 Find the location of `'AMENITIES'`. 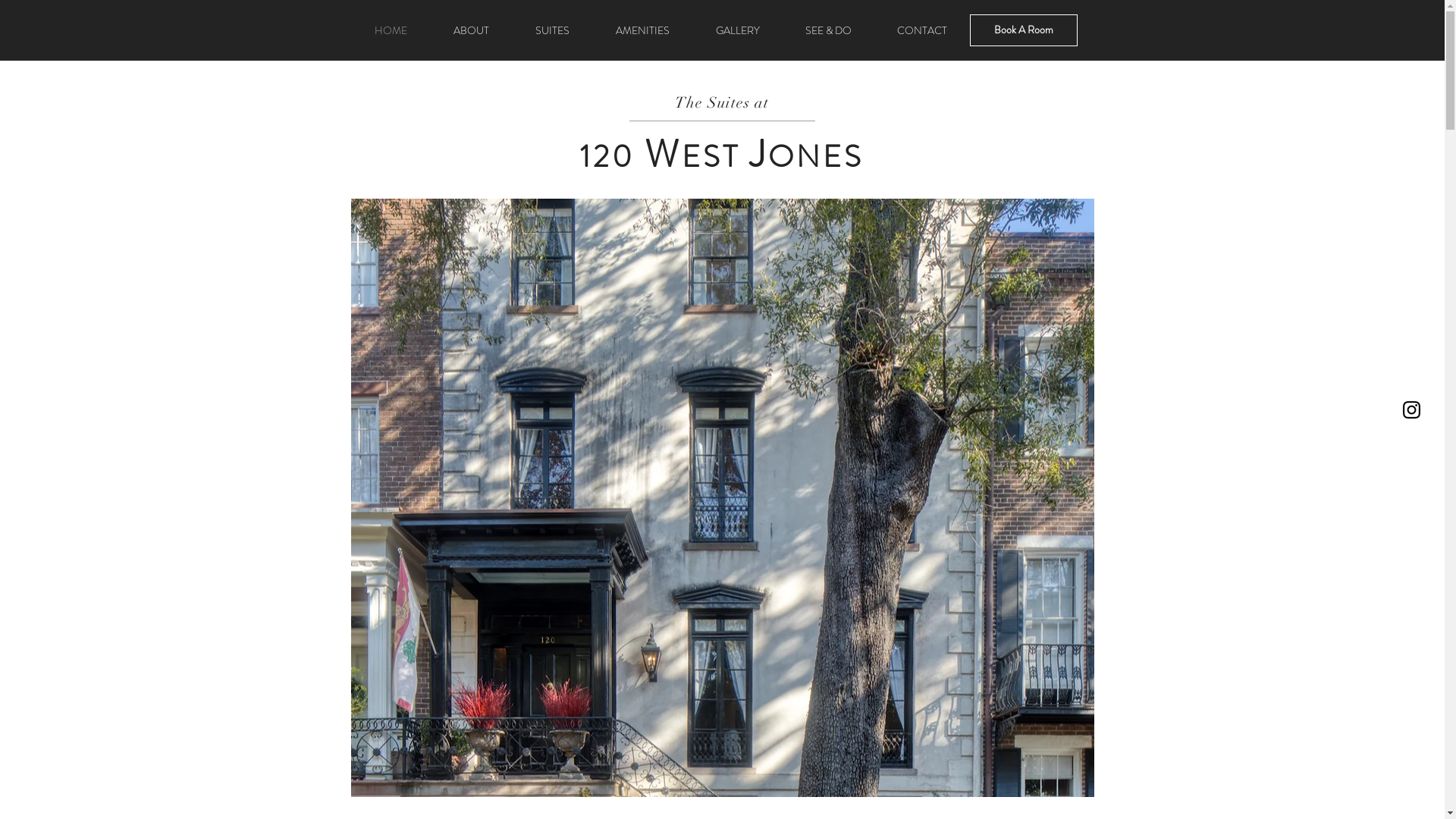

'AMENITIES' is located at coordinates (643, 30).